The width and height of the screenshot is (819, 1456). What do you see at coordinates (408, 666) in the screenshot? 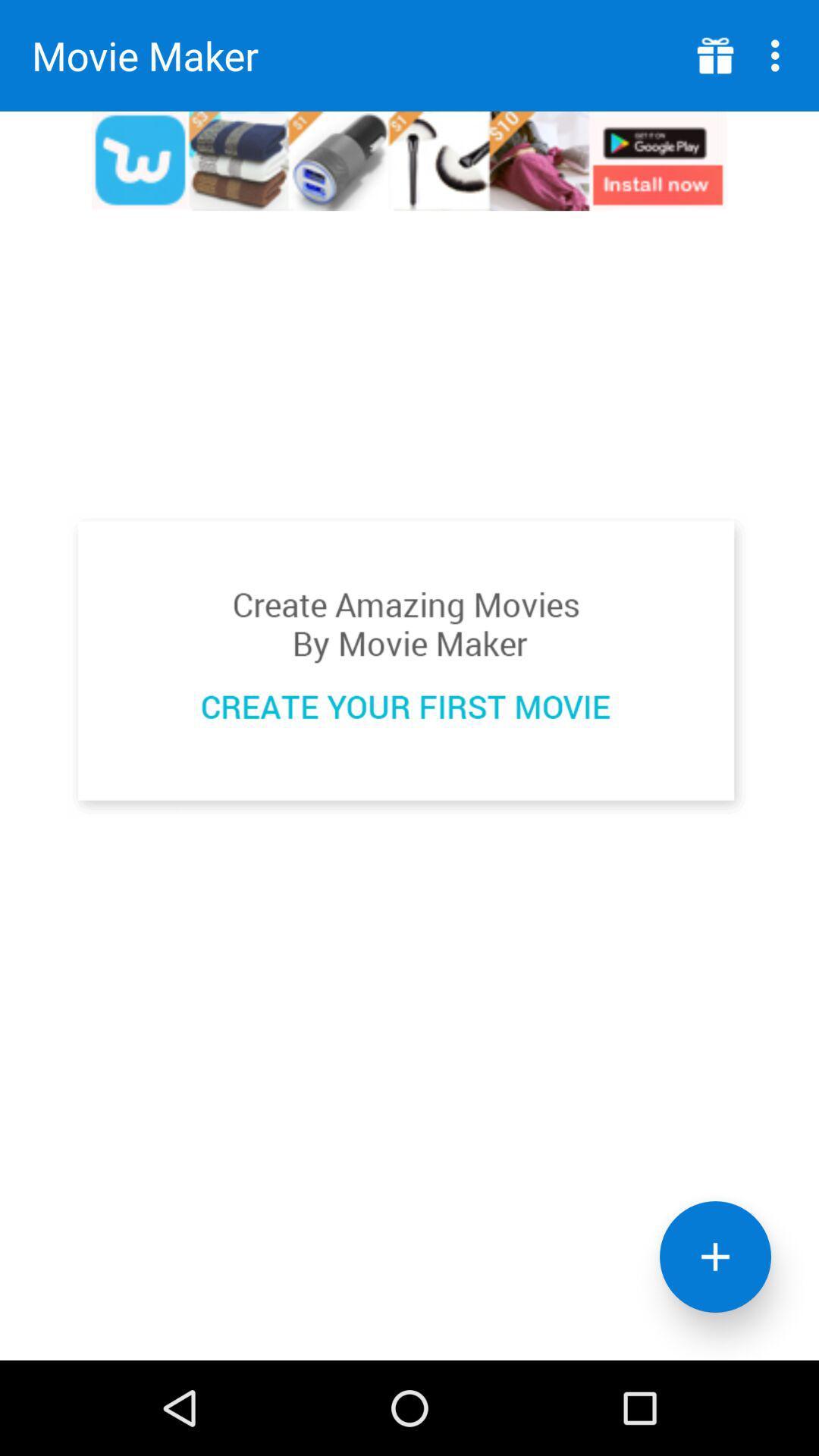
I see `advertisement` at bounding box center [408, 666].